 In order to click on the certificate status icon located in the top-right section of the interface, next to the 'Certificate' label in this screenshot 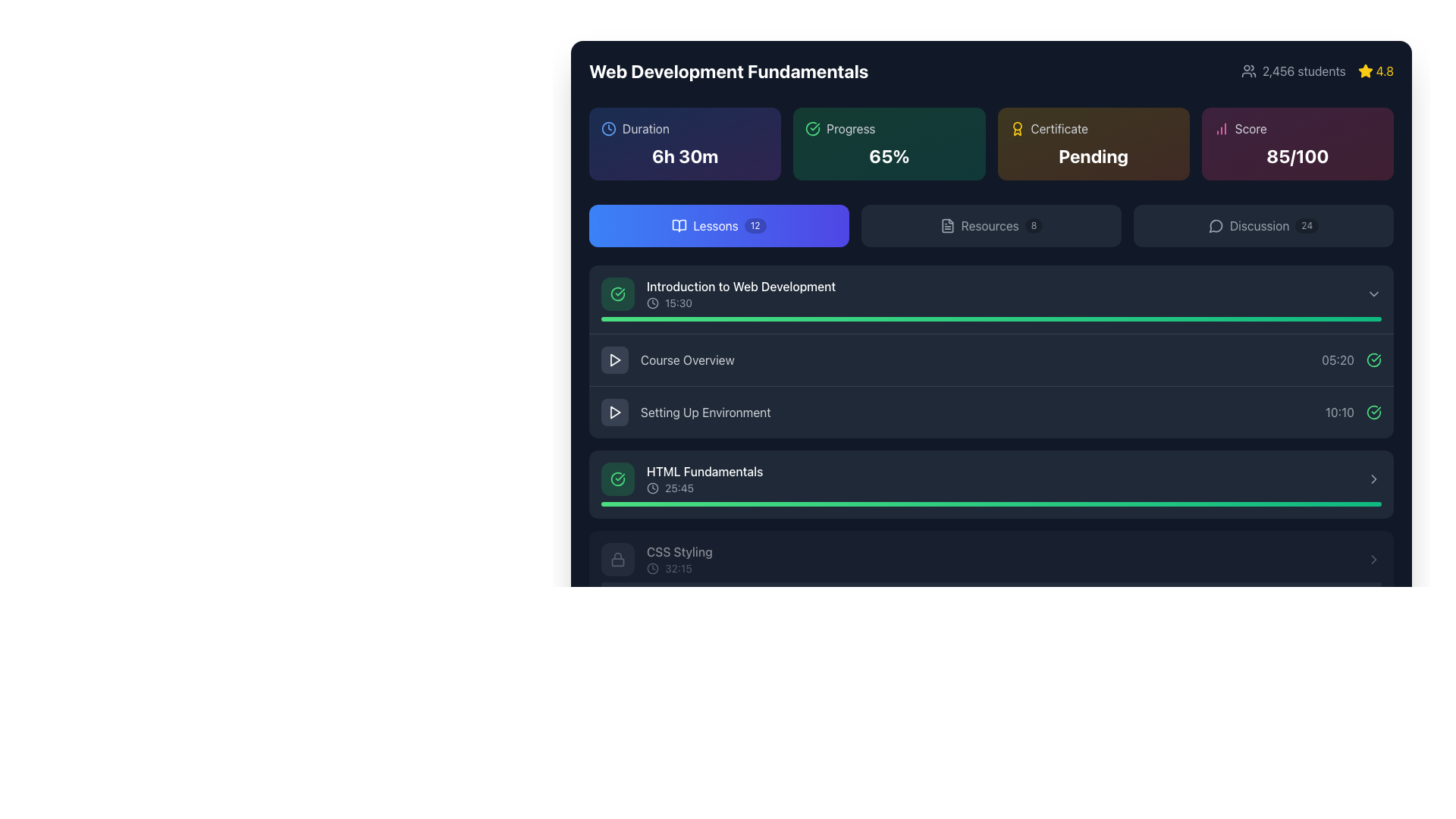, I will do `click(1017, 127)`.